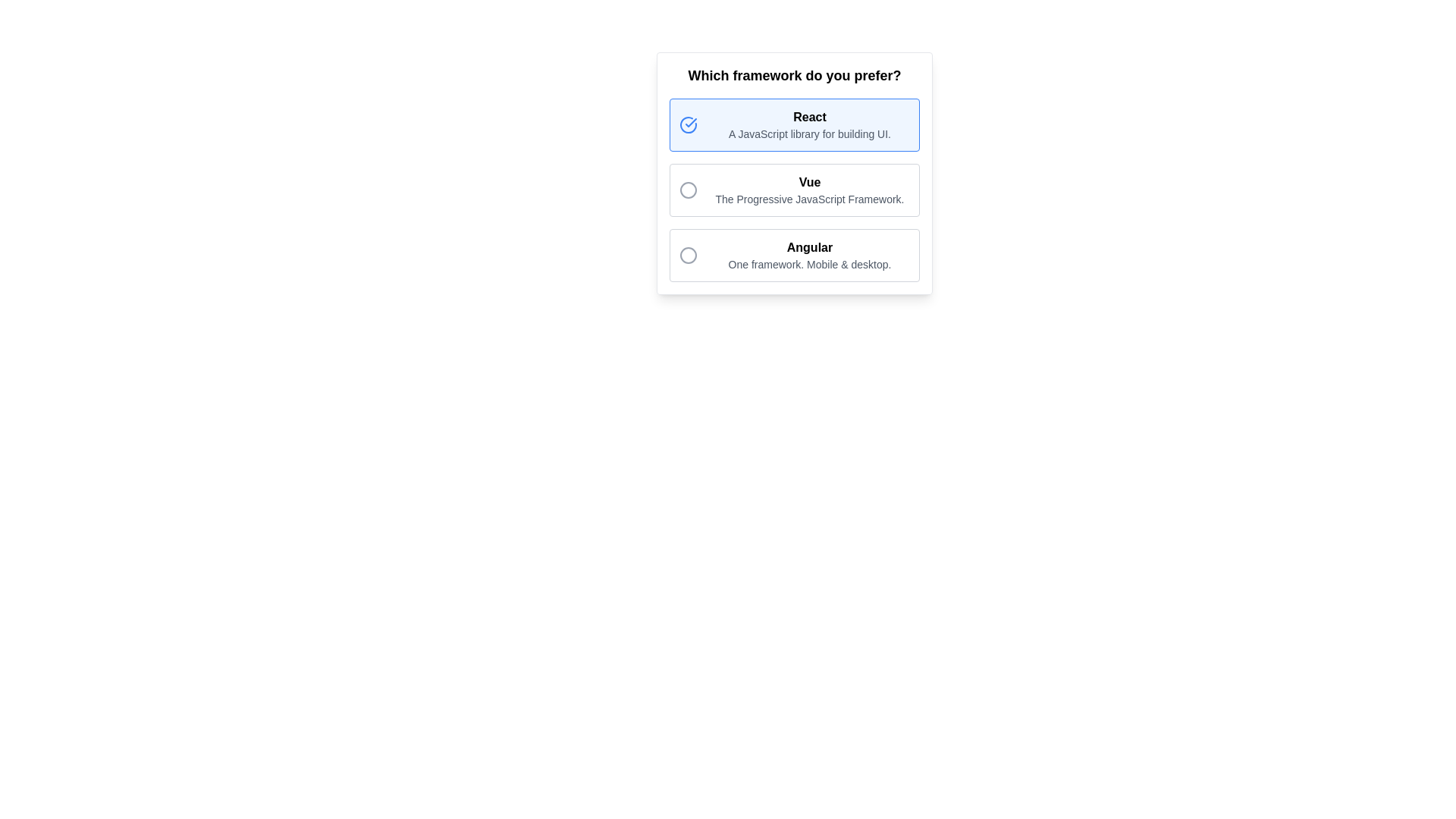 The width and height of the screenshot is (1456, 819). What do you see at coordinates (687, 124) in the screenshot?
I see `the circular blue check-mark icon representing the selection state next to the 'React' option in the first choice card of the multiple-choice selection menu` at bounding box center [687, 124].